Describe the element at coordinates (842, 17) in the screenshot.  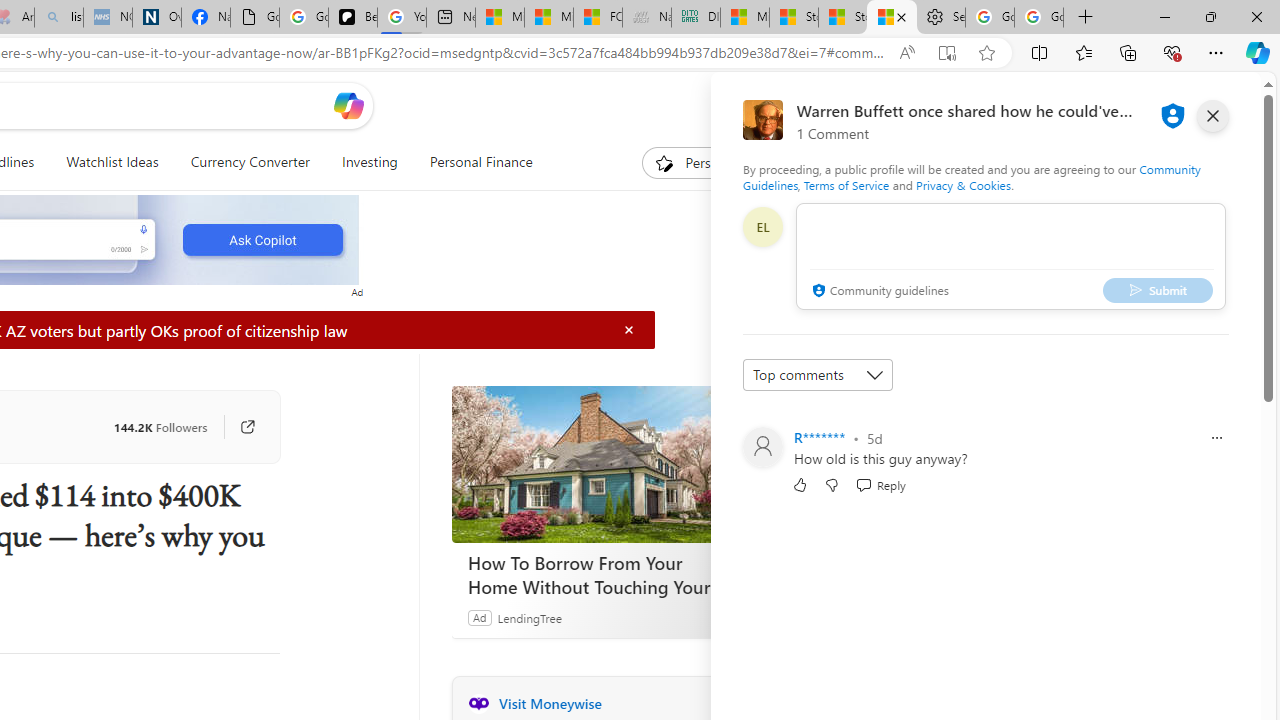
I see `'Stocks - MSN'` at that location.